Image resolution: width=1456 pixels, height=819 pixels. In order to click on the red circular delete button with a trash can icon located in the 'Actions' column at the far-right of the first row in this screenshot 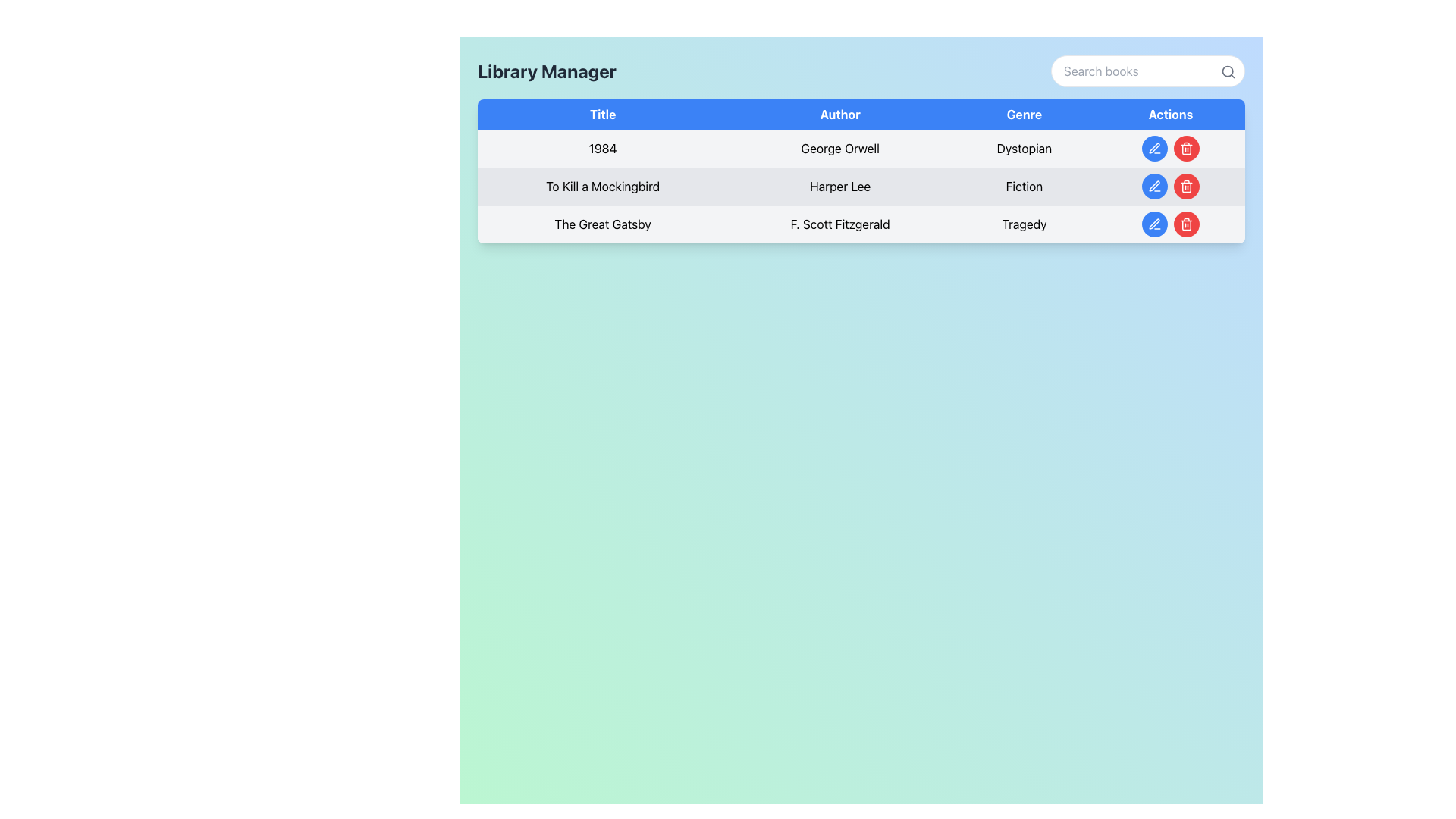, I will do `click(1185, 149)`.